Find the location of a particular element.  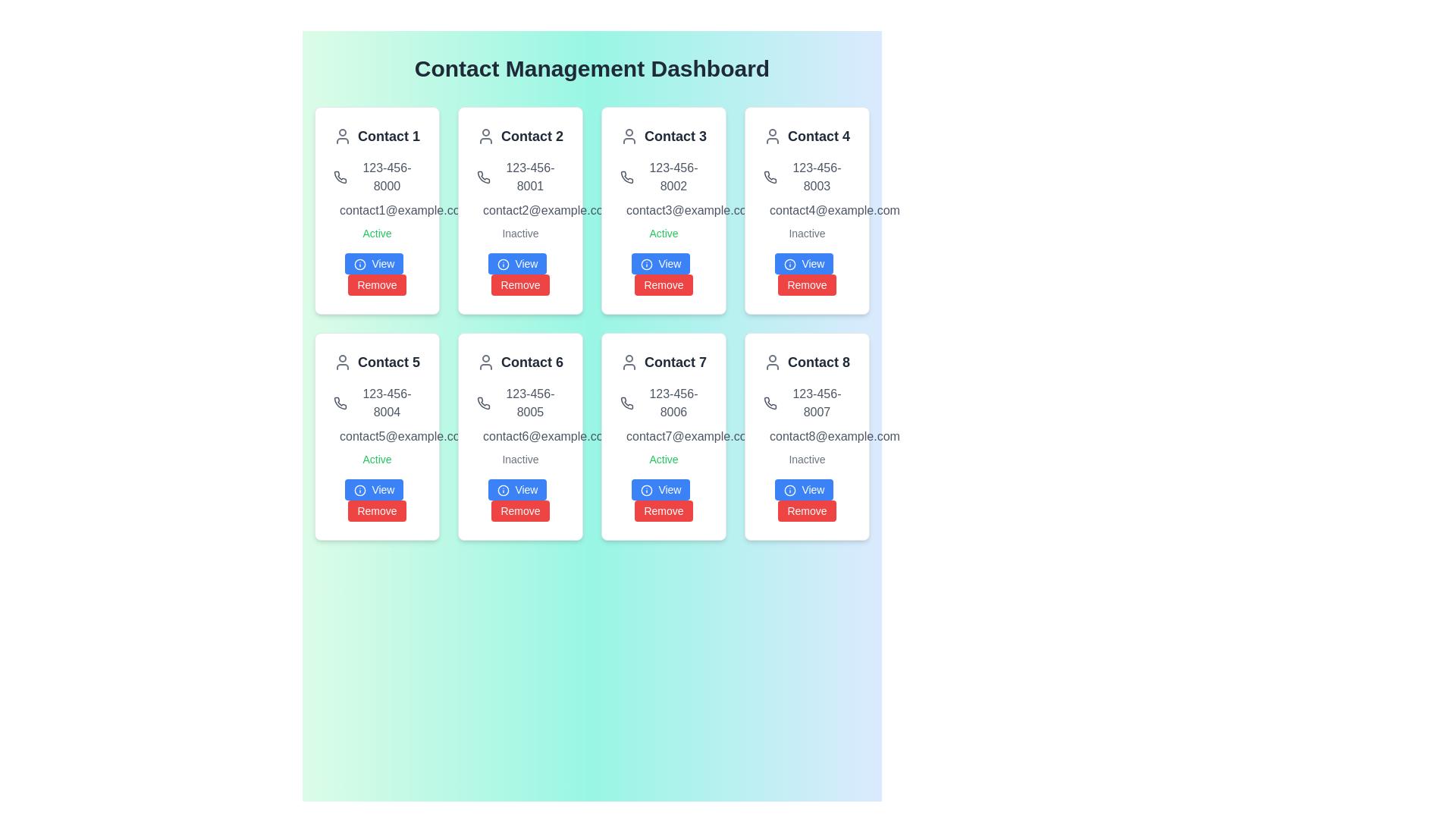

the 'Remove' button, which has a red background and white text, located in the lower-right section of the card layout for 'Contact 7' is located at coordinates (663, 511).